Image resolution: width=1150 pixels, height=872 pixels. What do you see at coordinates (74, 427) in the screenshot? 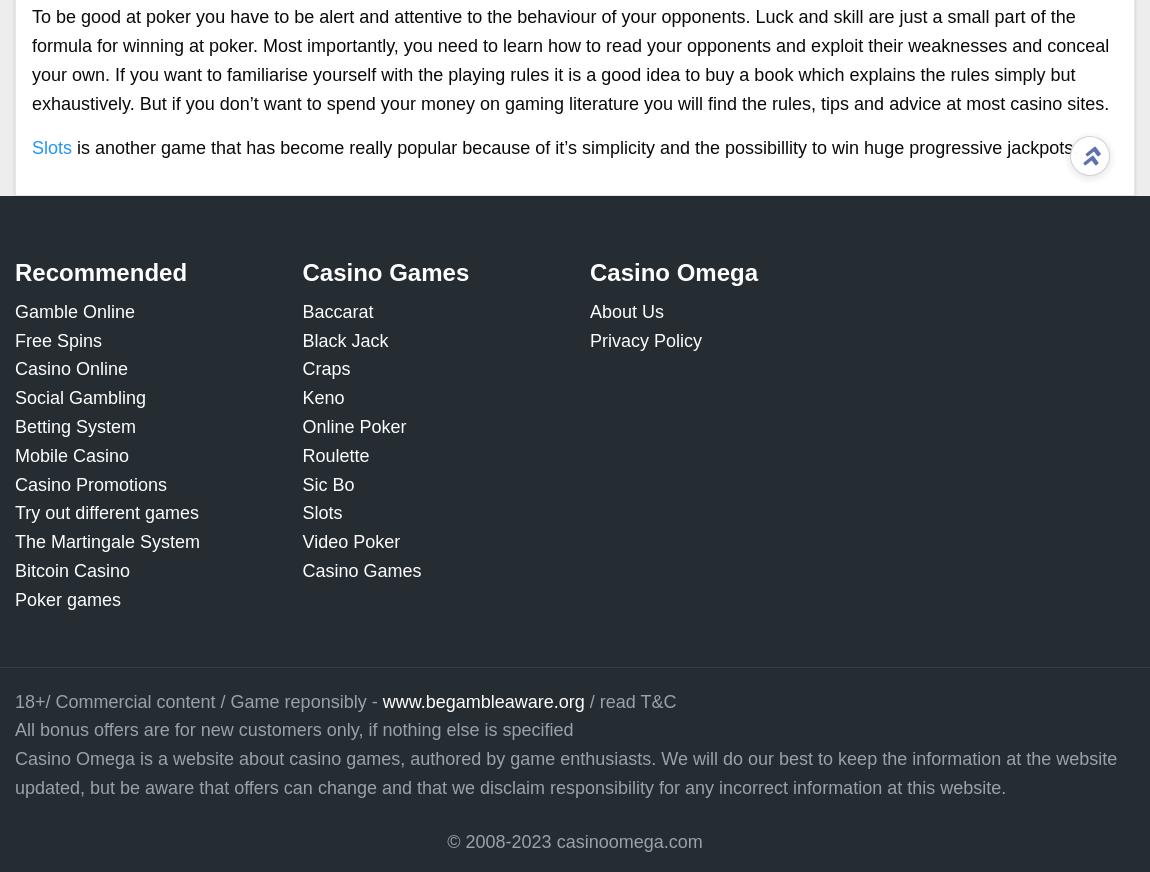
I see `'Betting System'` at bounding box center [74, 427].